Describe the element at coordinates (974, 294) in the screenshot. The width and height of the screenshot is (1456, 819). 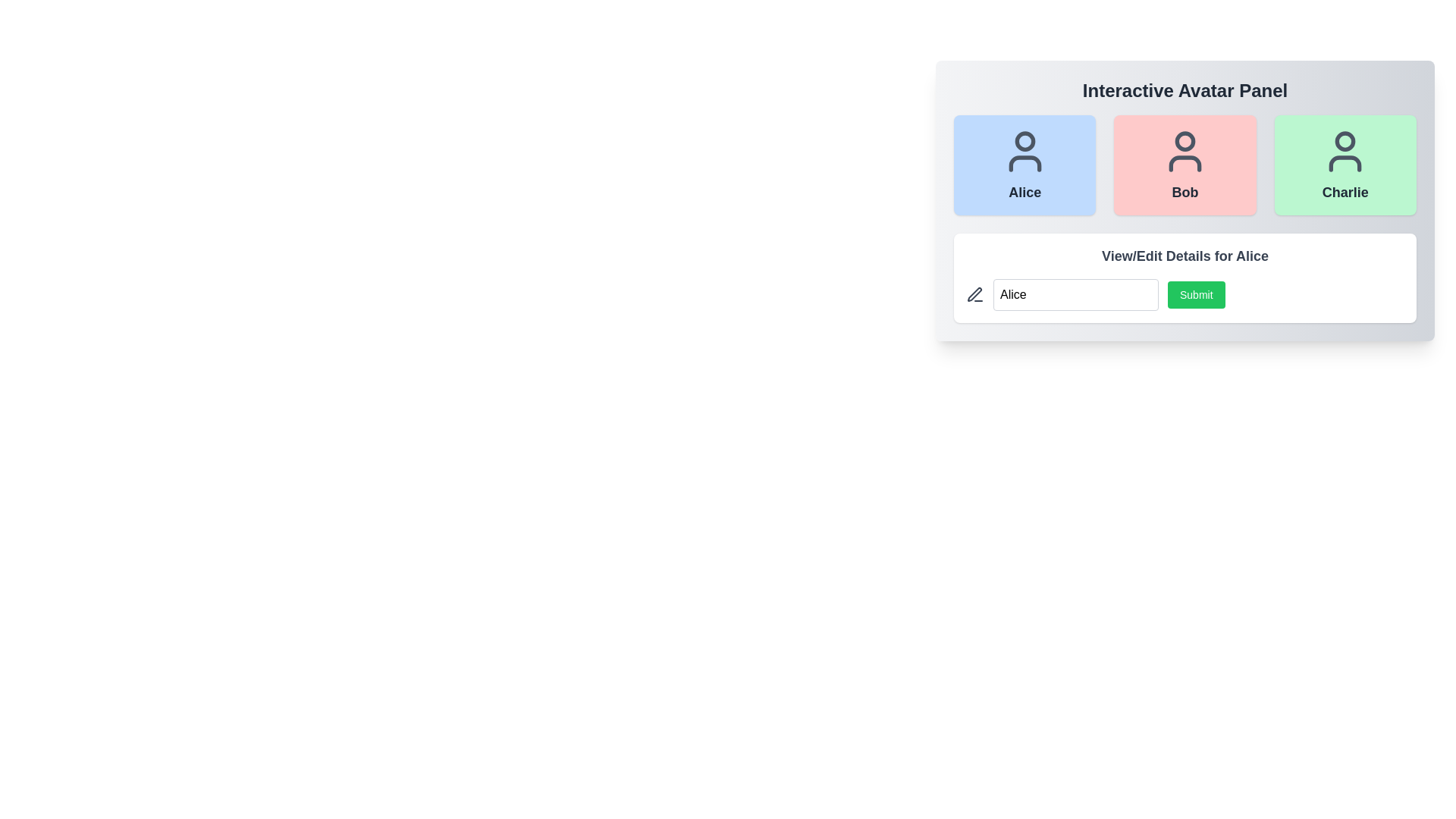
I see `the pen icon, which signifies an edit action in the user interface and is located at the middle-right of the interface` at that location.